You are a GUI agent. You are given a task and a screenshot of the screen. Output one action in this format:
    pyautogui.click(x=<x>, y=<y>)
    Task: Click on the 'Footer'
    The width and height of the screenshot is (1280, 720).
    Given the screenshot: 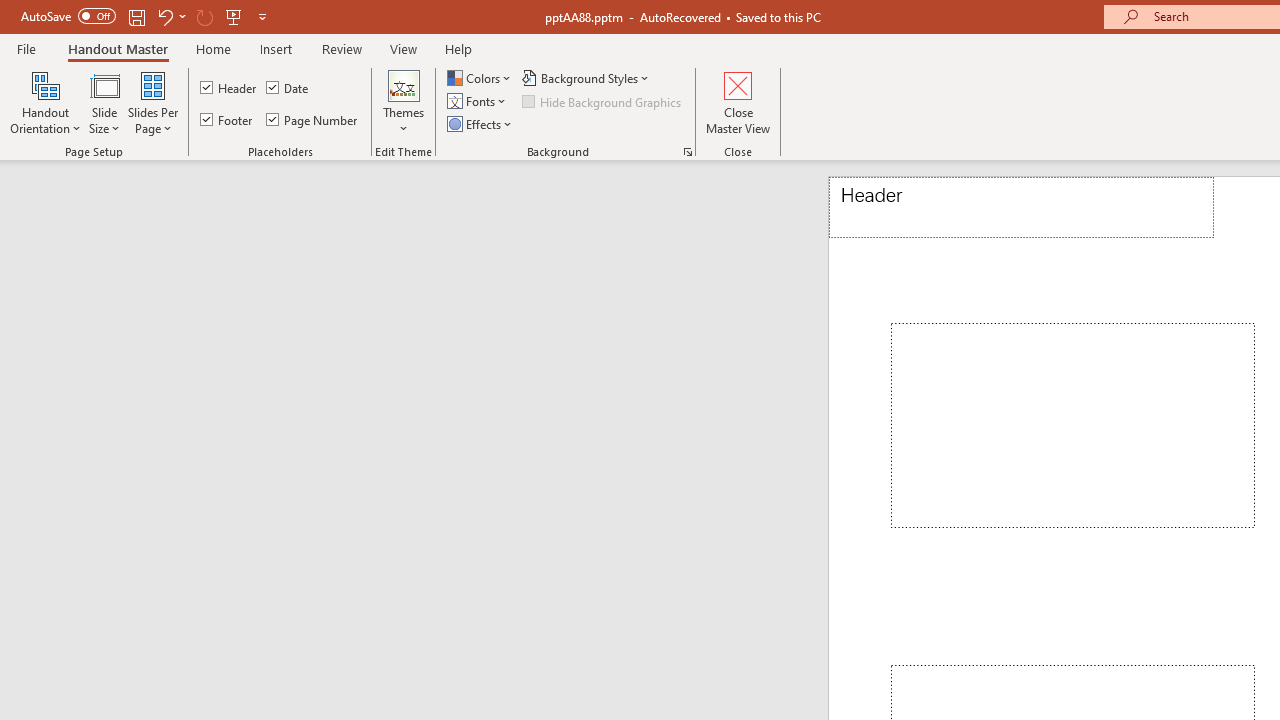 What is the action you would take?
    pyautogui.click(x=227, y=119)
    